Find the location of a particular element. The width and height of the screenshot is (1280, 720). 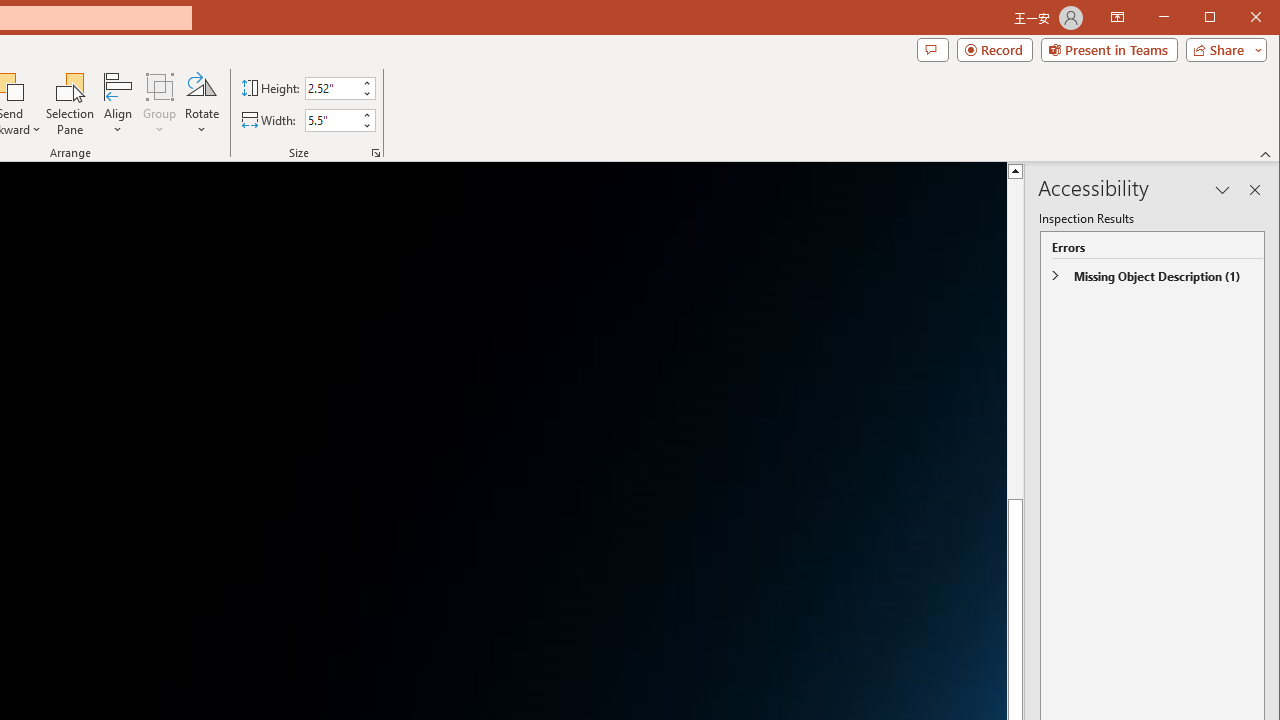

'Size and Position...' is located at coordinates (376, 152).